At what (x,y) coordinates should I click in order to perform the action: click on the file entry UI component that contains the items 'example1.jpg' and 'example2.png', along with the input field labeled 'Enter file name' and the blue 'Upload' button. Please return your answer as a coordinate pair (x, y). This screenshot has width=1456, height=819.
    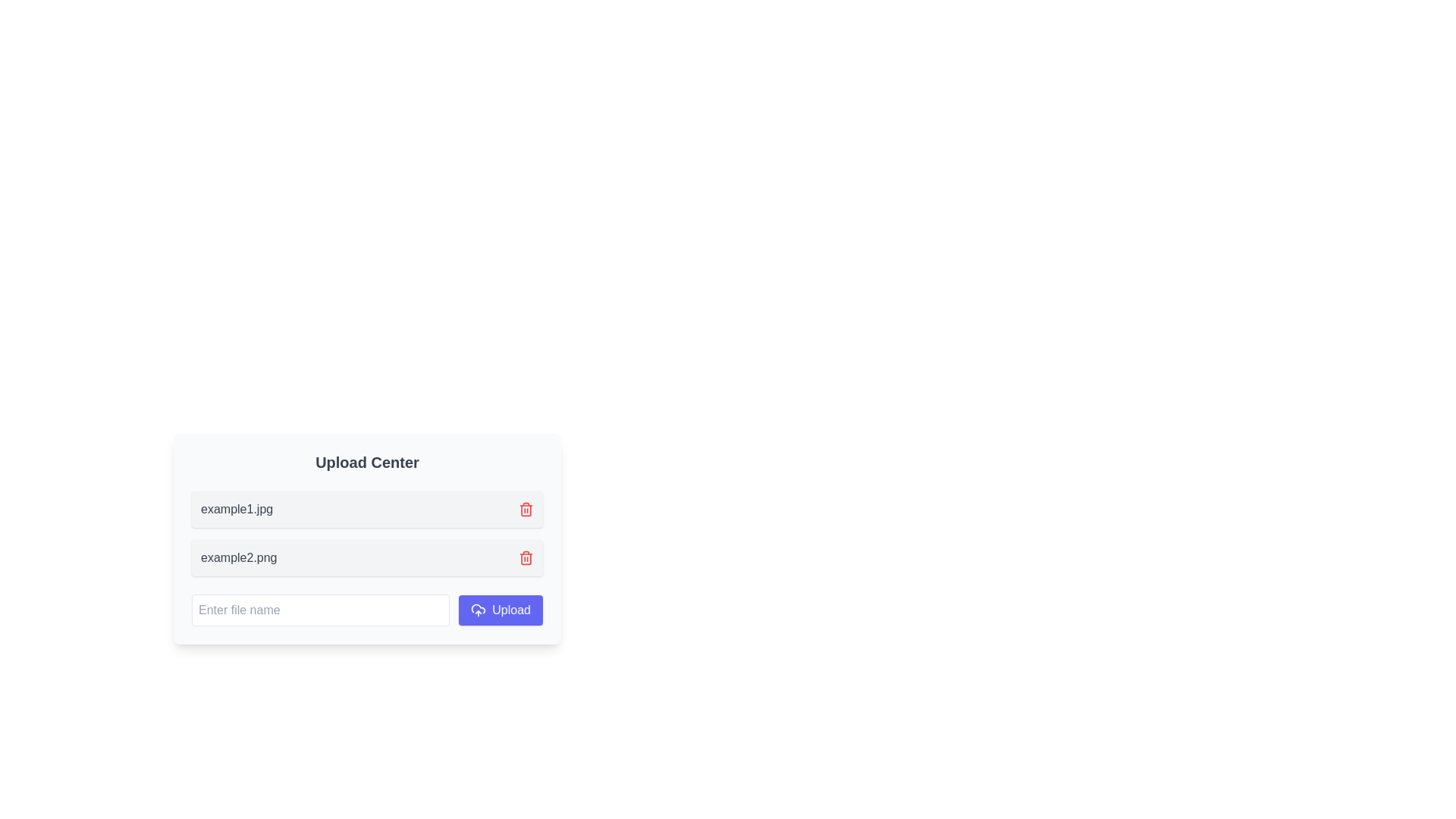
    Looking at the image, I should click on (367, 546).